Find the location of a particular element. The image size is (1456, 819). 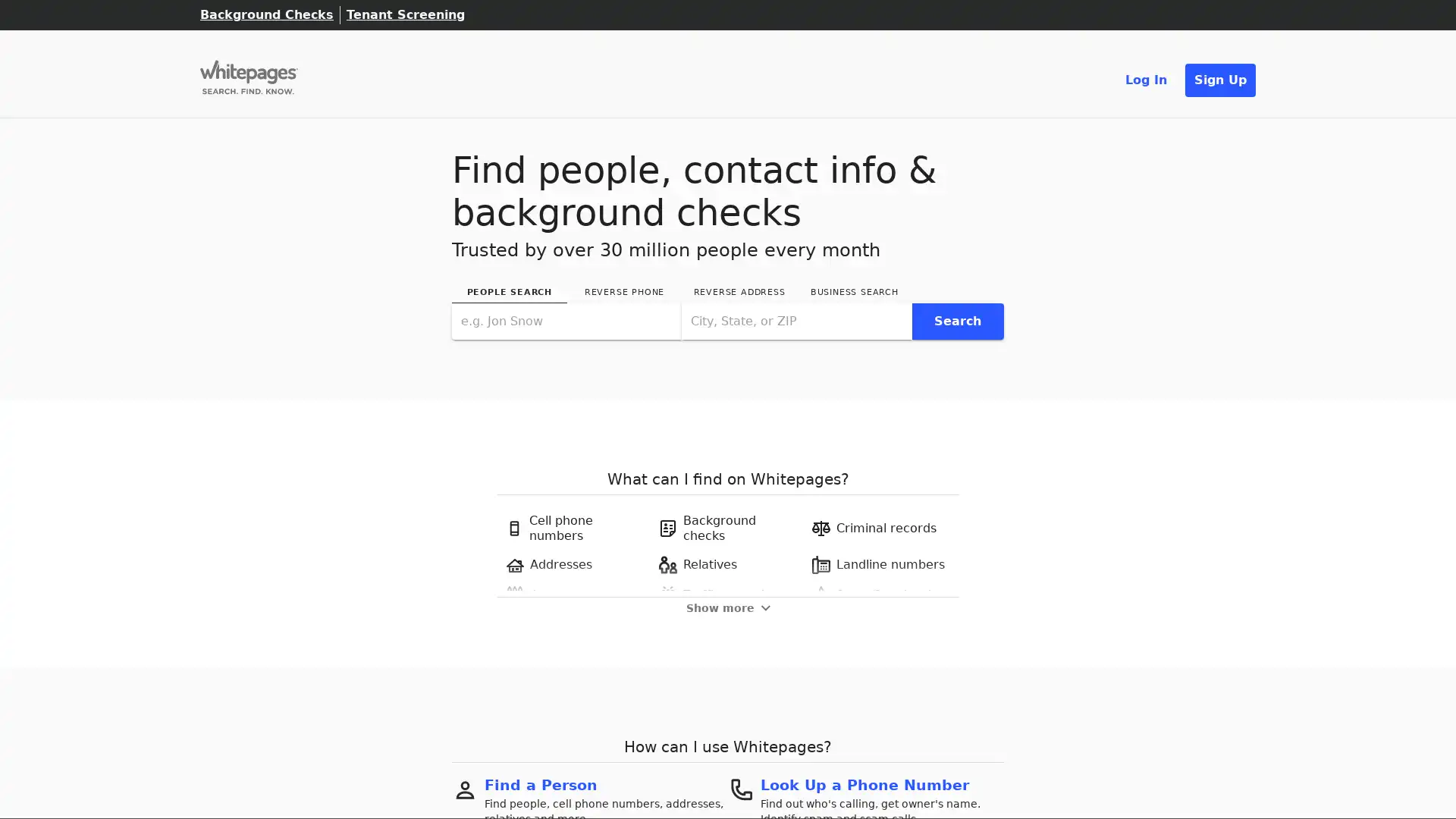

Search is located at coordinates (956, 320).